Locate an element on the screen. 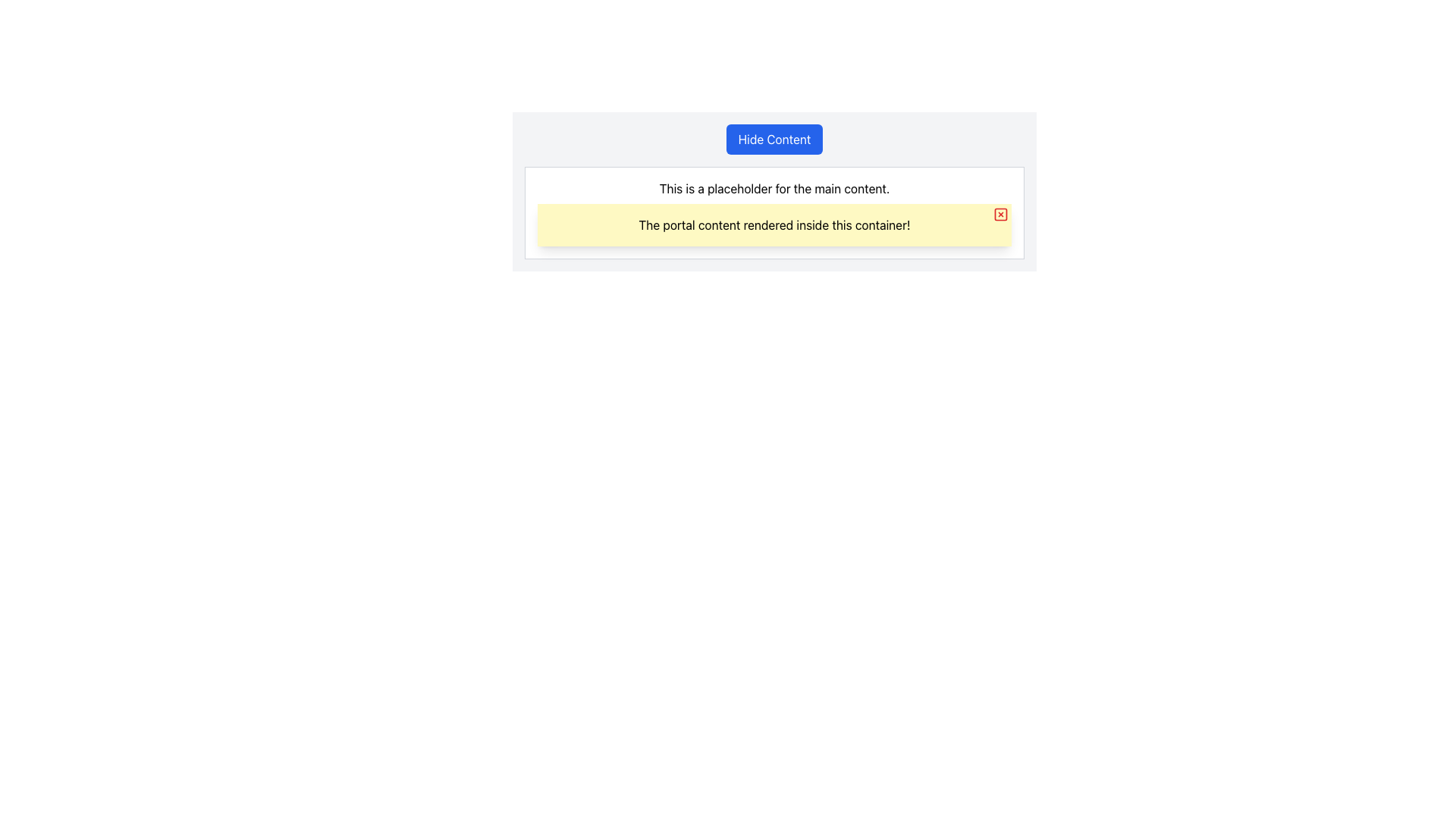 This screenshot has height=819, width=1456. the red X icon button is located at coordinates (1001, 214).